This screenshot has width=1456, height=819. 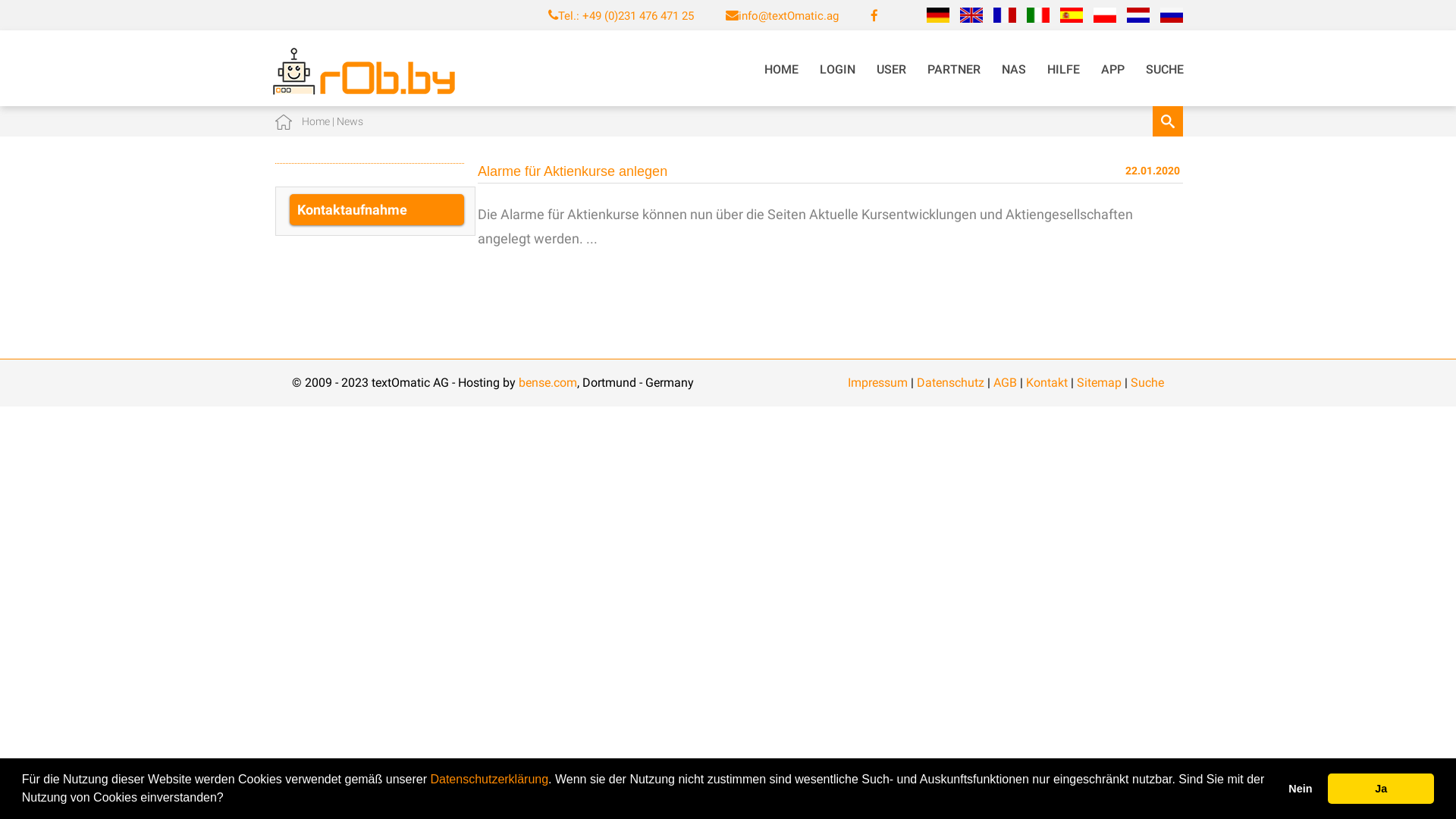 What do you see at coordinates (1099, 381) in the screenshot?
I see `'Sitemap'` at bounding box center [1099, 381].